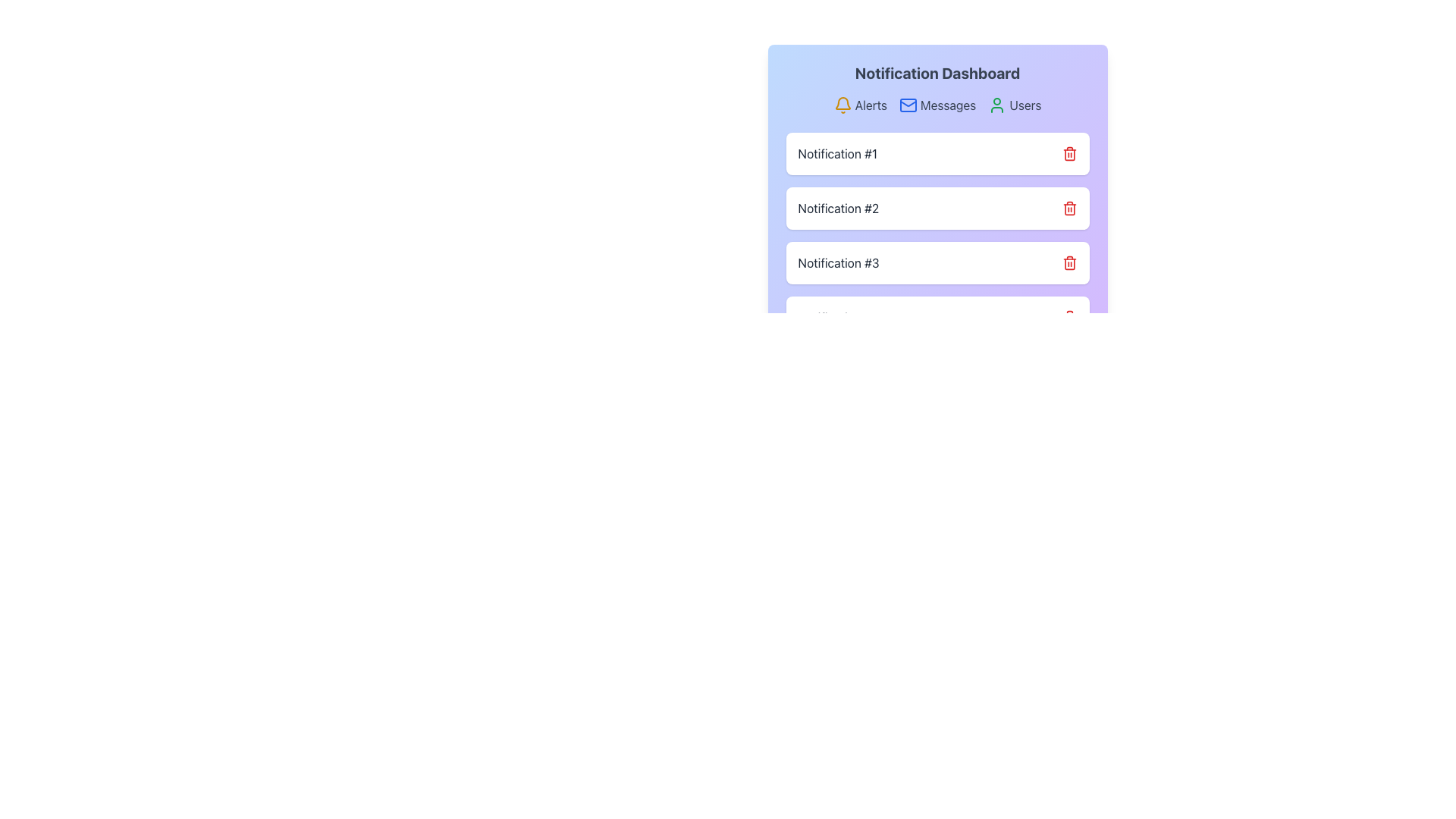 The width and height of the screenshot is (1456, 819). Describe the element at coordinates (836, 154) in the screenshot. I see `the text label that displays the title or identifier of the notification located centrally within the notification card` at that location.